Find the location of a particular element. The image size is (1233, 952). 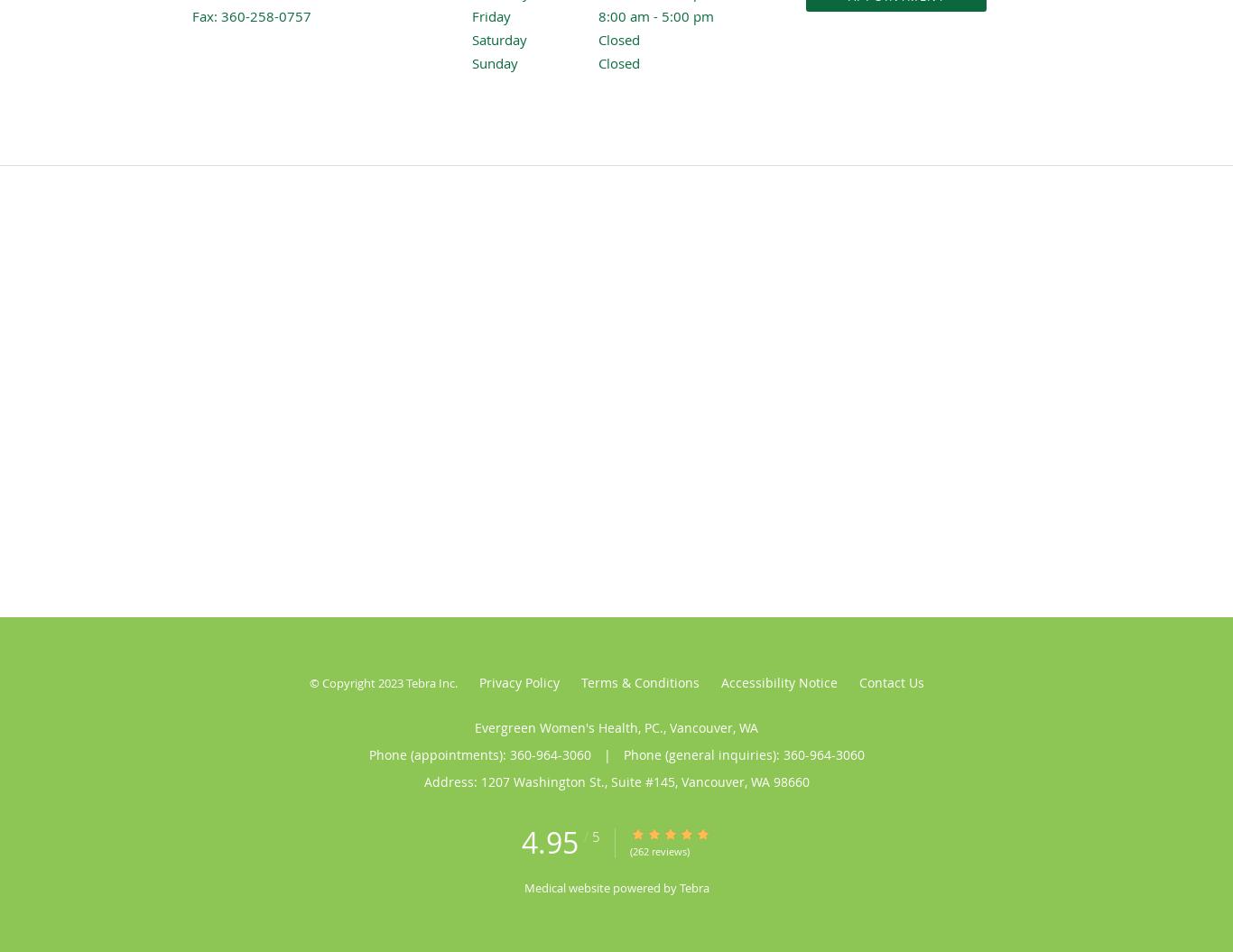

'8:00 am
                      - 5:00 pm' is located at coordinates (655, 14).